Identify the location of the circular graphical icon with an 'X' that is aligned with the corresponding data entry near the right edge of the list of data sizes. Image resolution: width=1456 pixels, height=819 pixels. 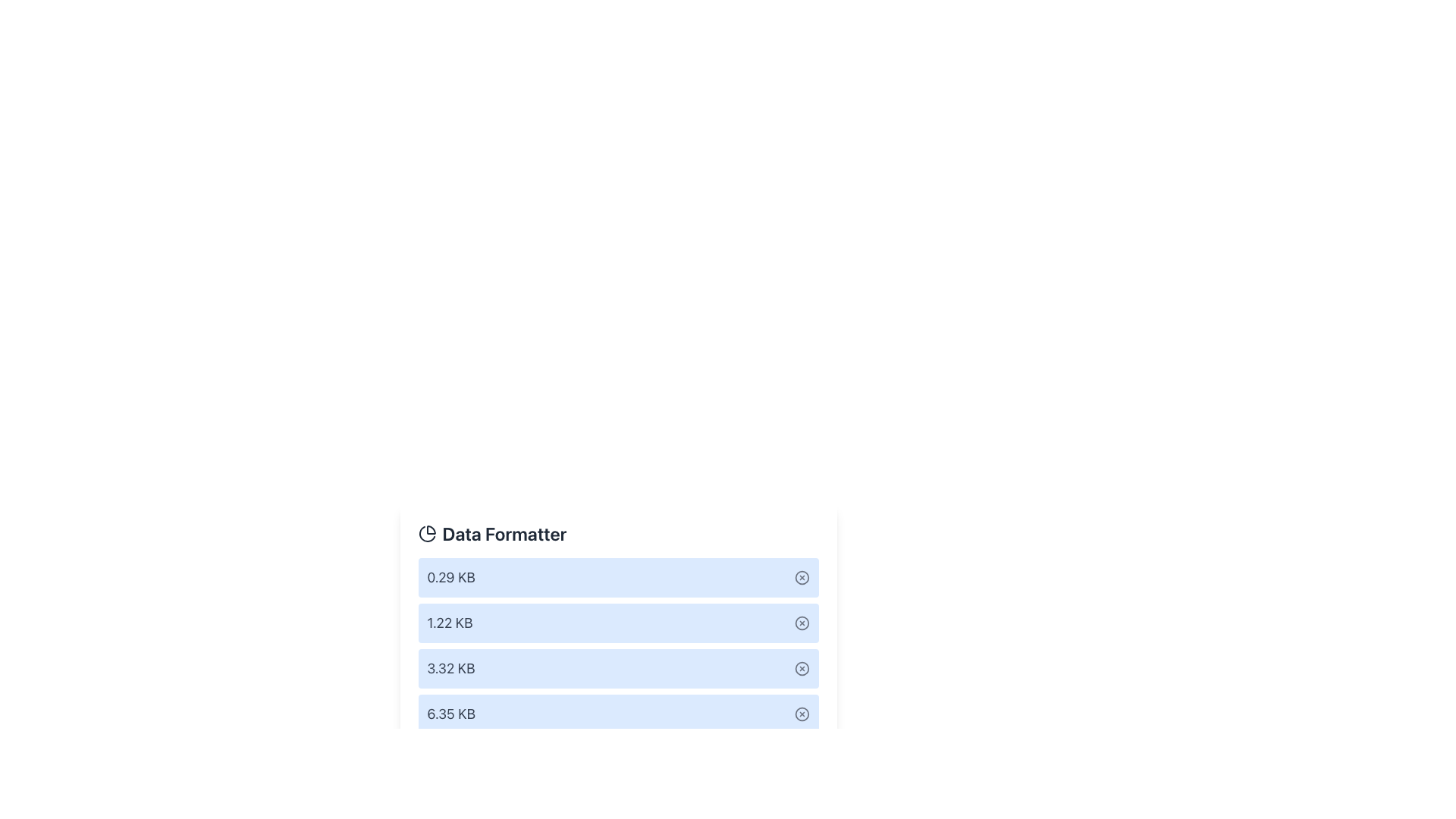
(801, 578).